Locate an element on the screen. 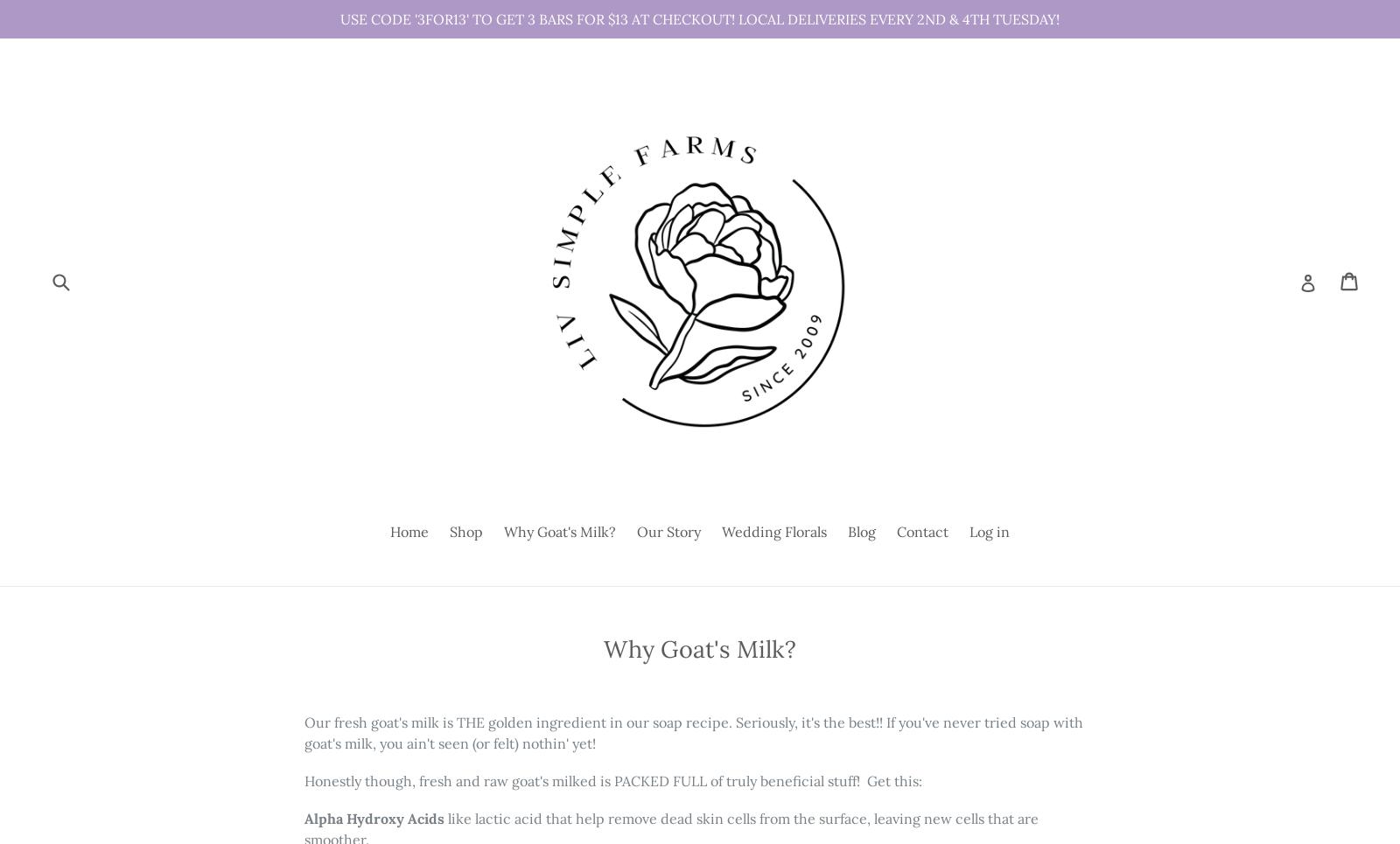 This screenshot has width=1400, height=844. 'Blog' is located at coordinates (860, 531).